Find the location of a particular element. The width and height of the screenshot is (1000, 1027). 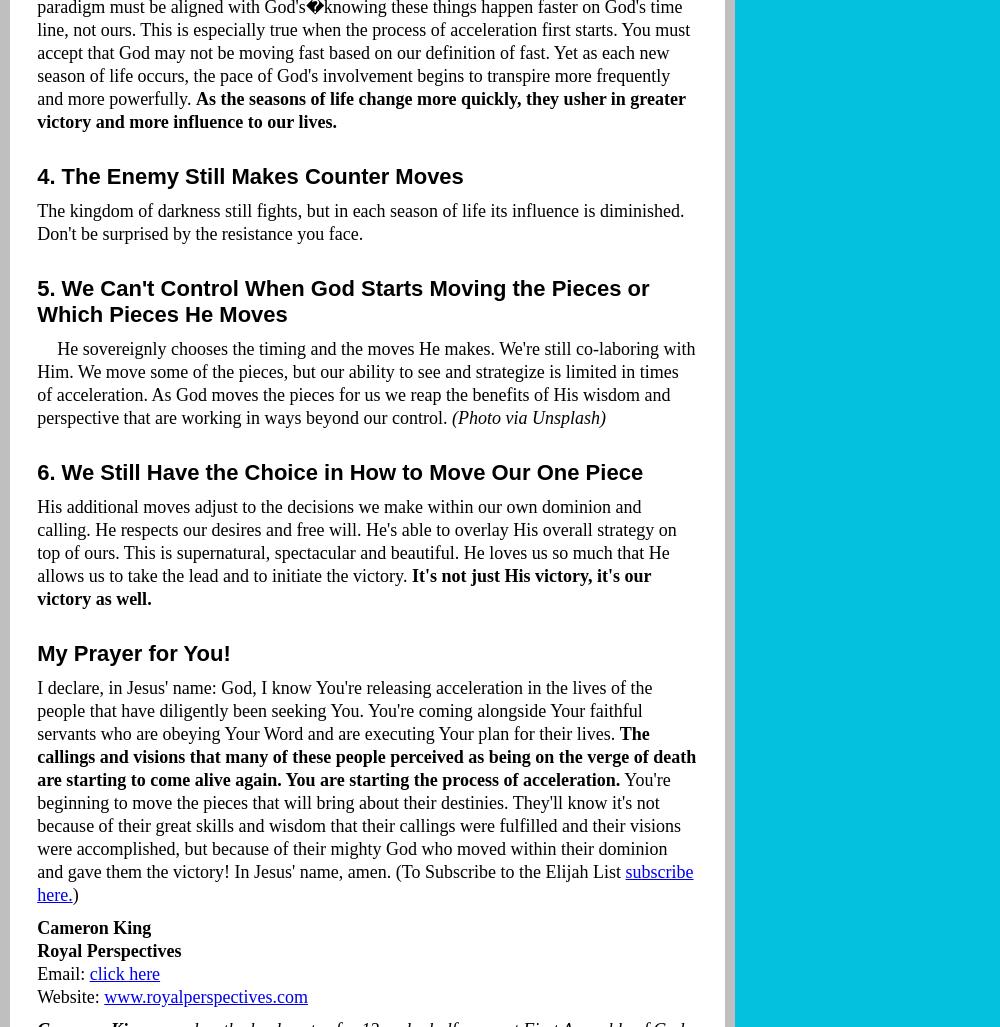

'You're beginning to move the pieces that will bring about their destinies.  They'll know it's not because of their great skills and wisdom that their callings were fulfilled and their visions were accomplished, but because of their mighty God who moved within their dominion and gave them the victory! In Jesus' name, amen. (To Subscribe to the Elijah List' is located at coordinates (357, 826).